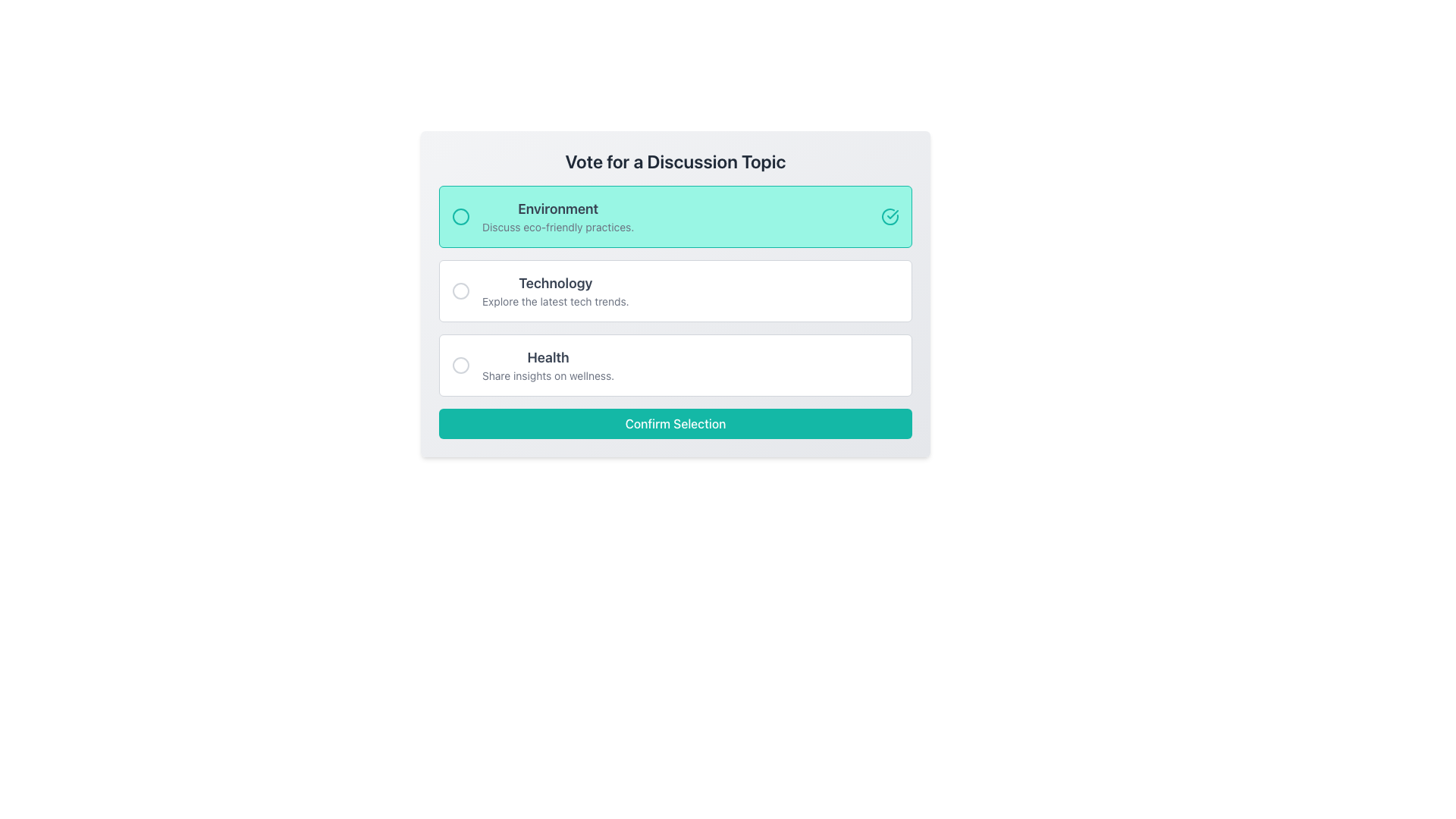  I want to click on the third selectable item labeled 'Health' with a circular radio button, so click(533, 366).